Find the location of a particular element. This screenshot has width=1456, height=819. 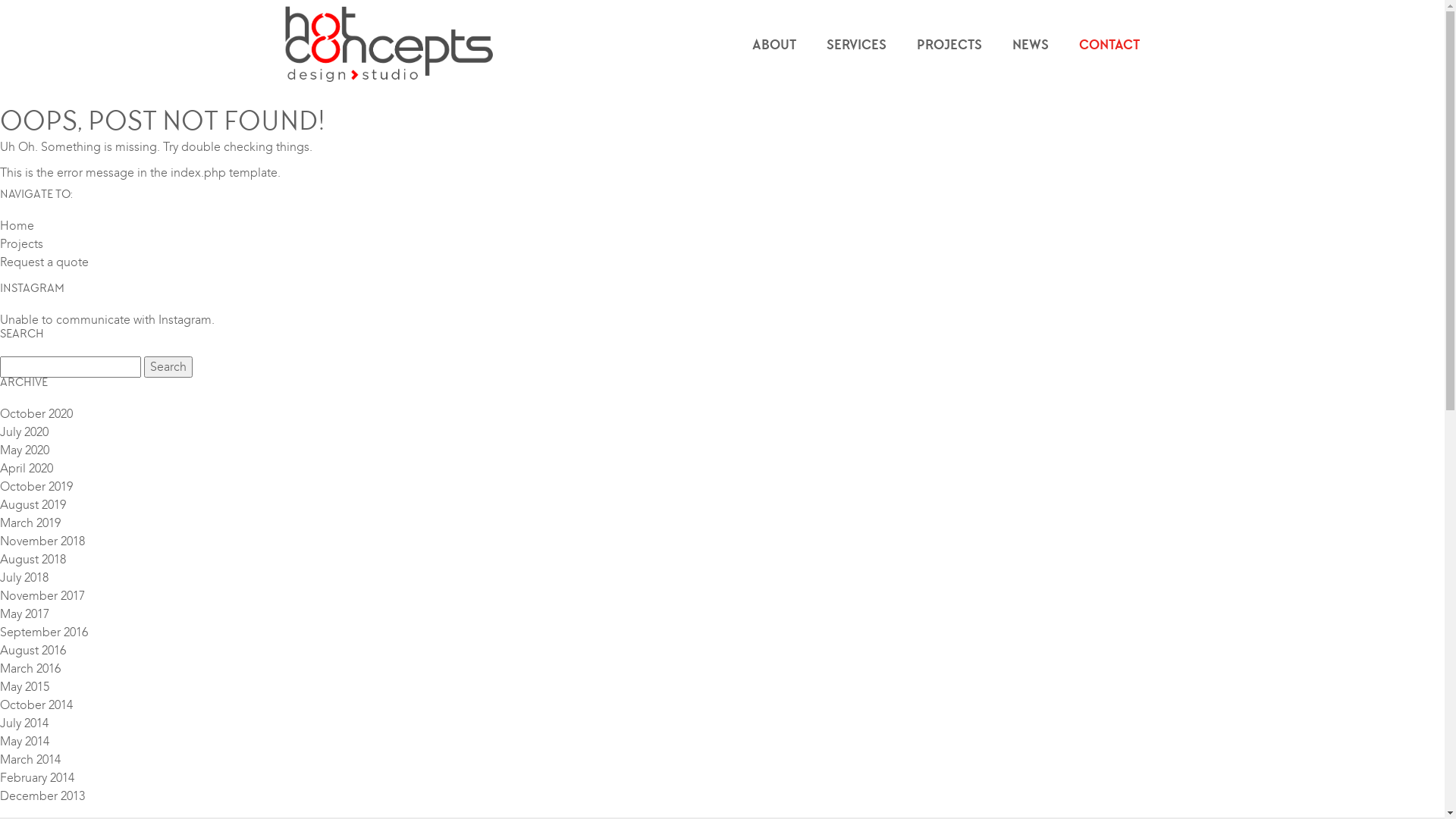

'SERVICES' is located at coordinates (825, 45).